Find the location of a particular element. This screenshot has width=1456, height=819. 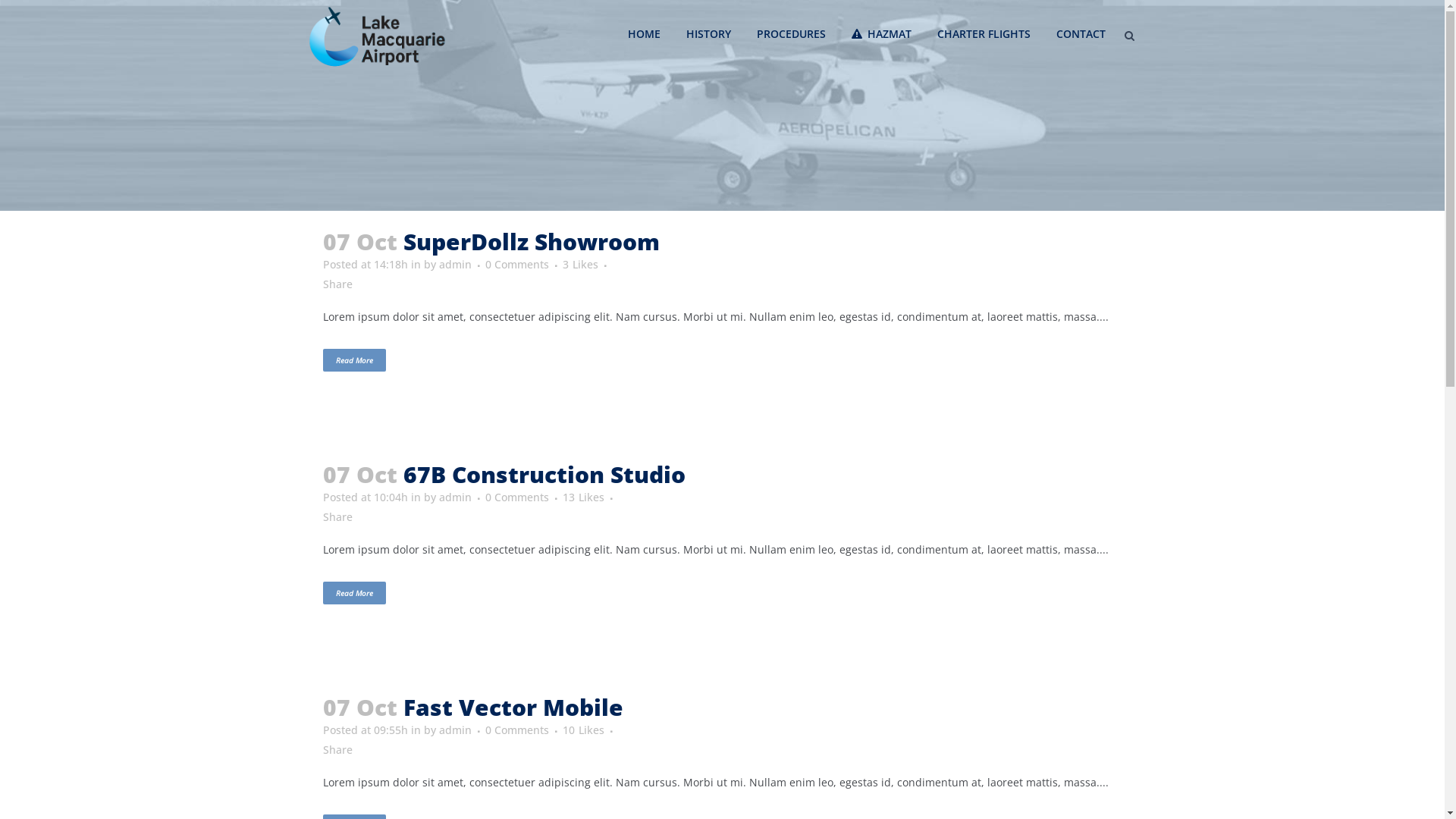

'admin' is located at coordinates (453, 497).